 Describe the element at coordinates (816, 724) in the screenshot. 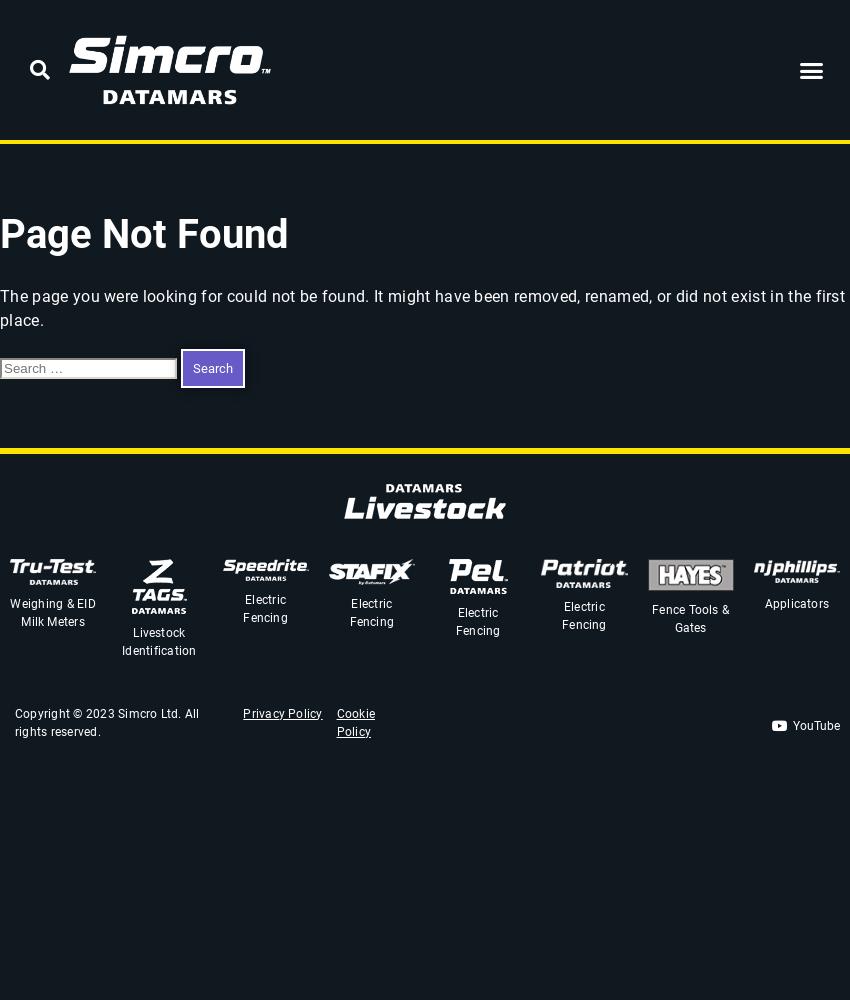

I see `'YouTube'` at that location.